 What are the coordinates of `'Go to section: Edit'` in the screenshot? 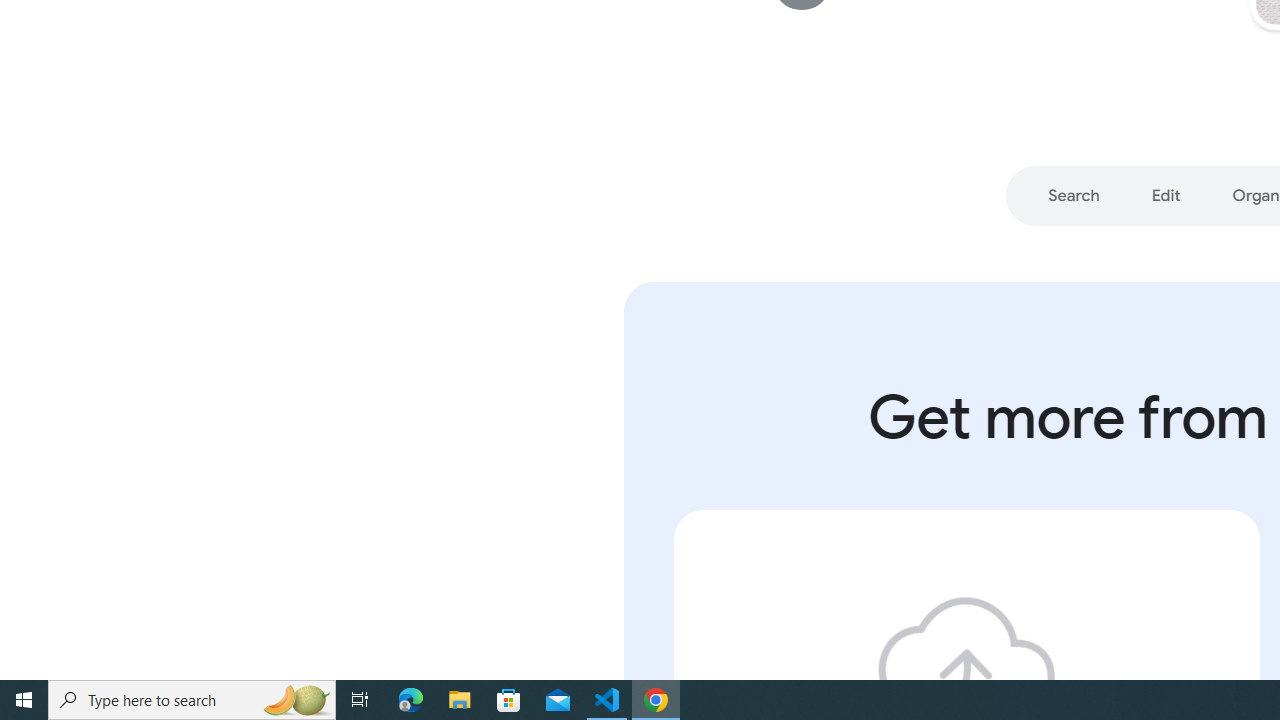 It's located at (1166, 196).